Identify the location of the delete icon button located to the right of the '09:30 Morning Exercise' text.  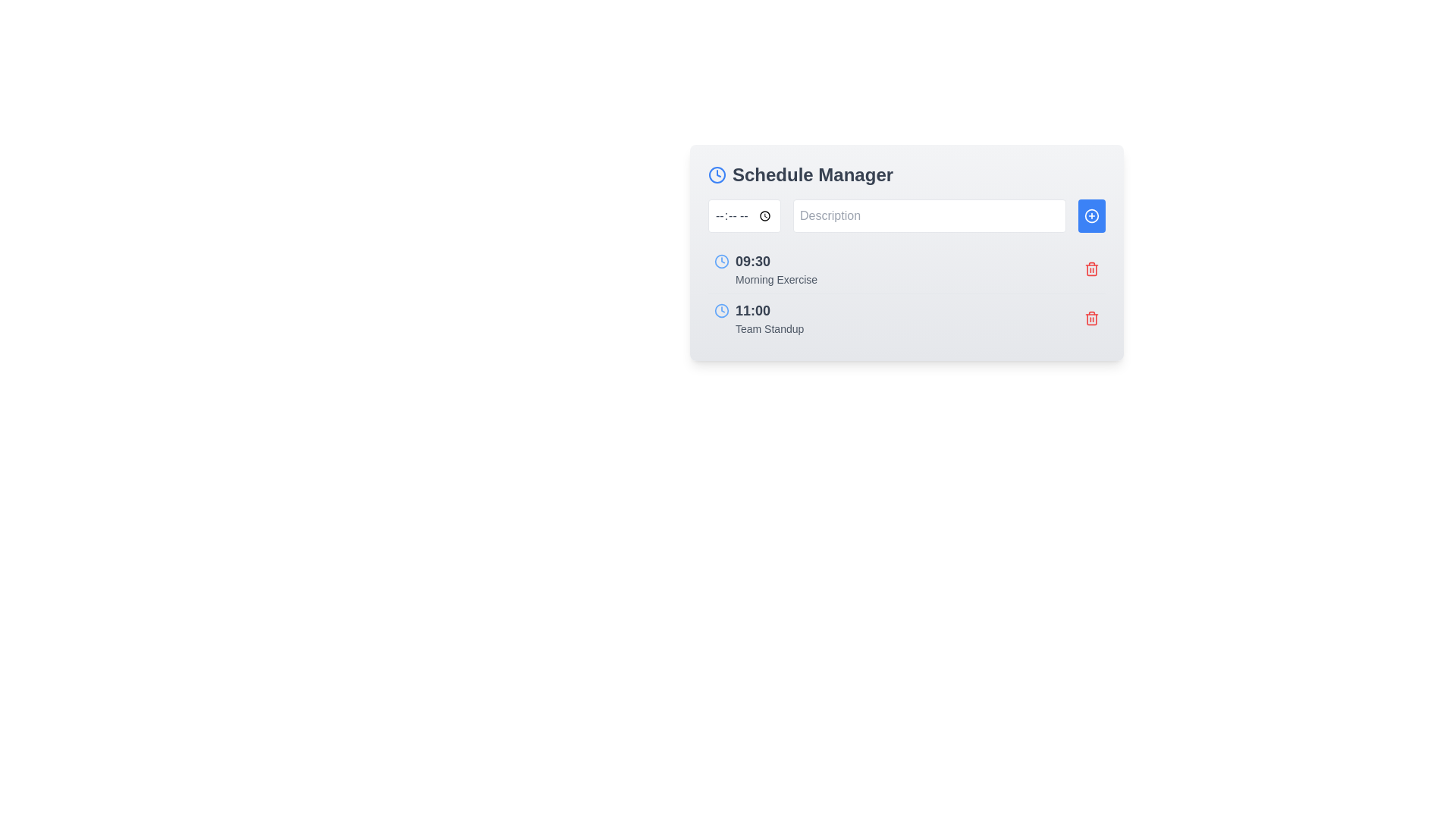
(1092, 268).